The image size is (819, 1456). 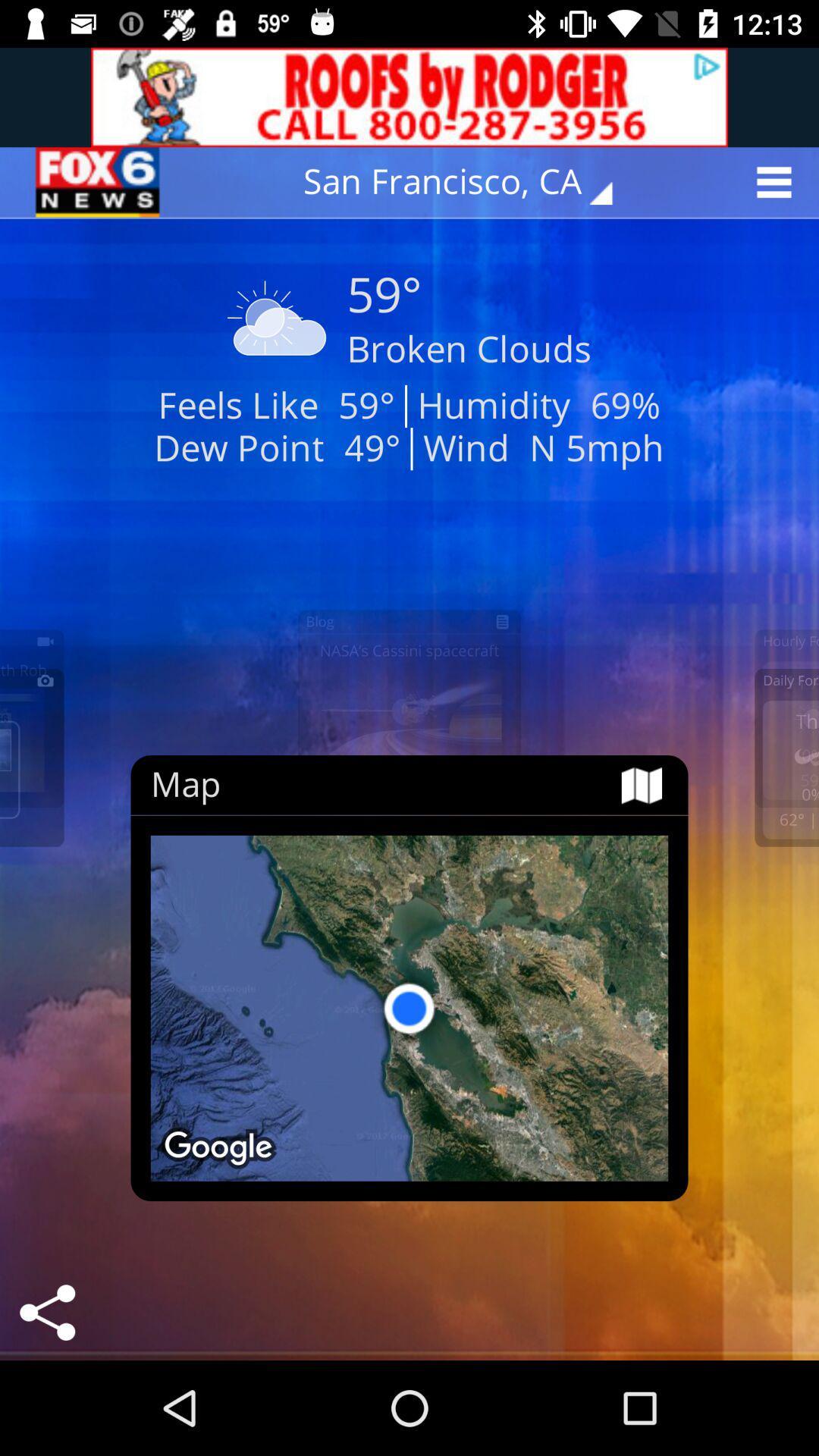 What do you see at coordinates (99, 182) in the screenshot?
I see `the sliders icon` at bounding box center [99, 182].